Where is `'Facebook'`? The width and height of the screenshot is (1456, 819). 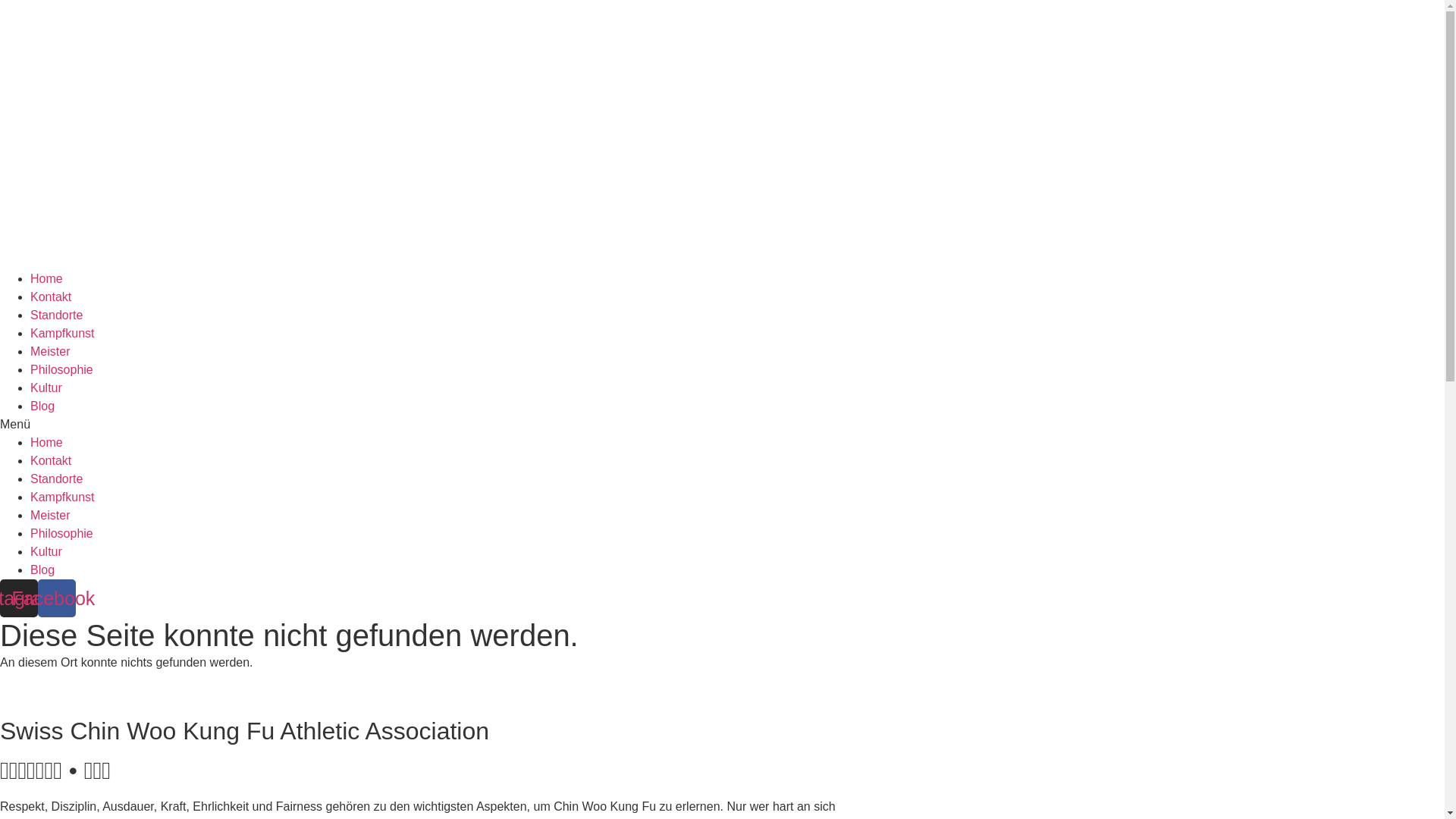
'Facebook' is located at coordinates (57, 598).